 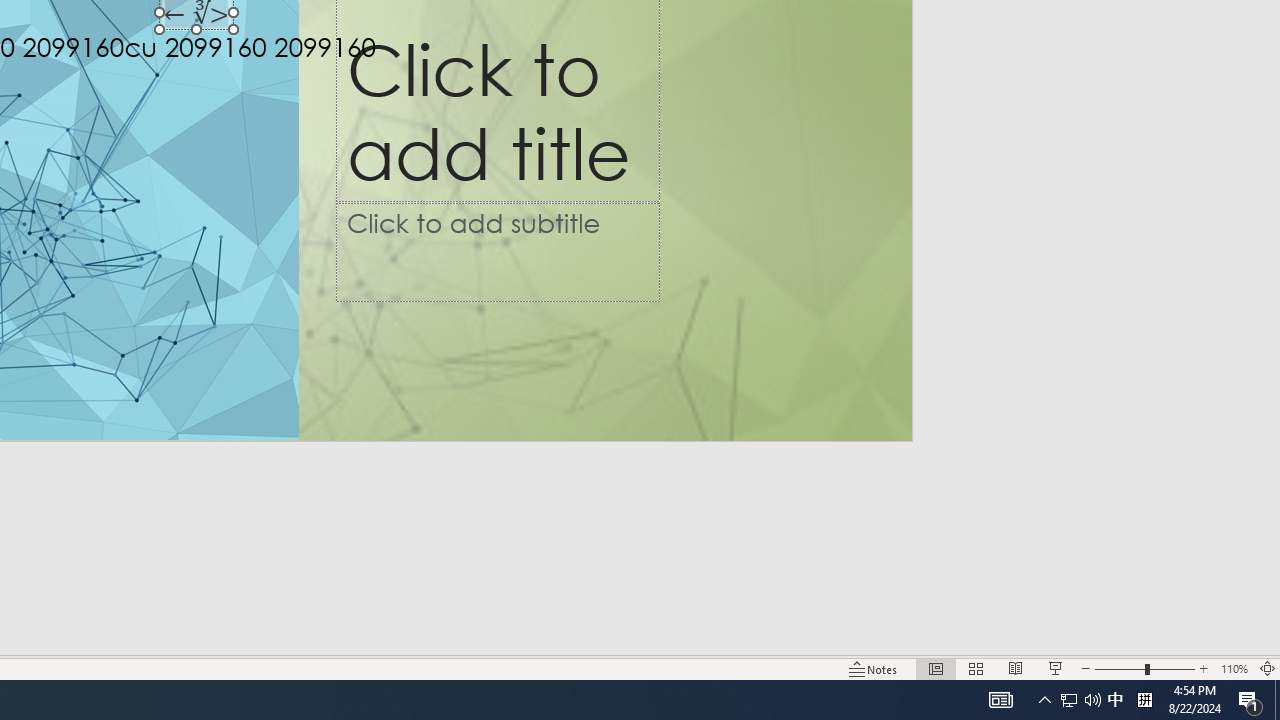 I want to click on 'Zoom 110%', so click(x=1233, y=669).